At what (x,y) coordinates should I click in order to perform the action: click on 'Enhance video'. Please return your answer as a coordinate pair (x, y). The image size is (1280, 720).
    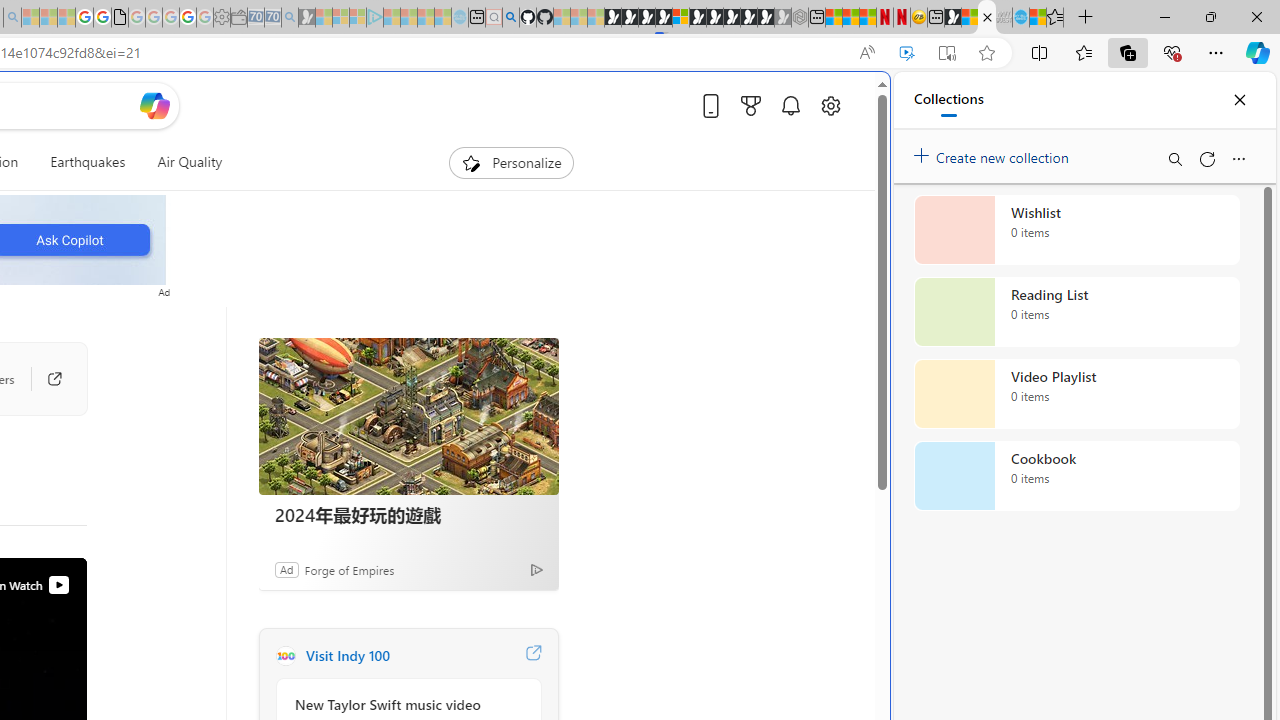
    Looking at the image, I should click on (905, 52).